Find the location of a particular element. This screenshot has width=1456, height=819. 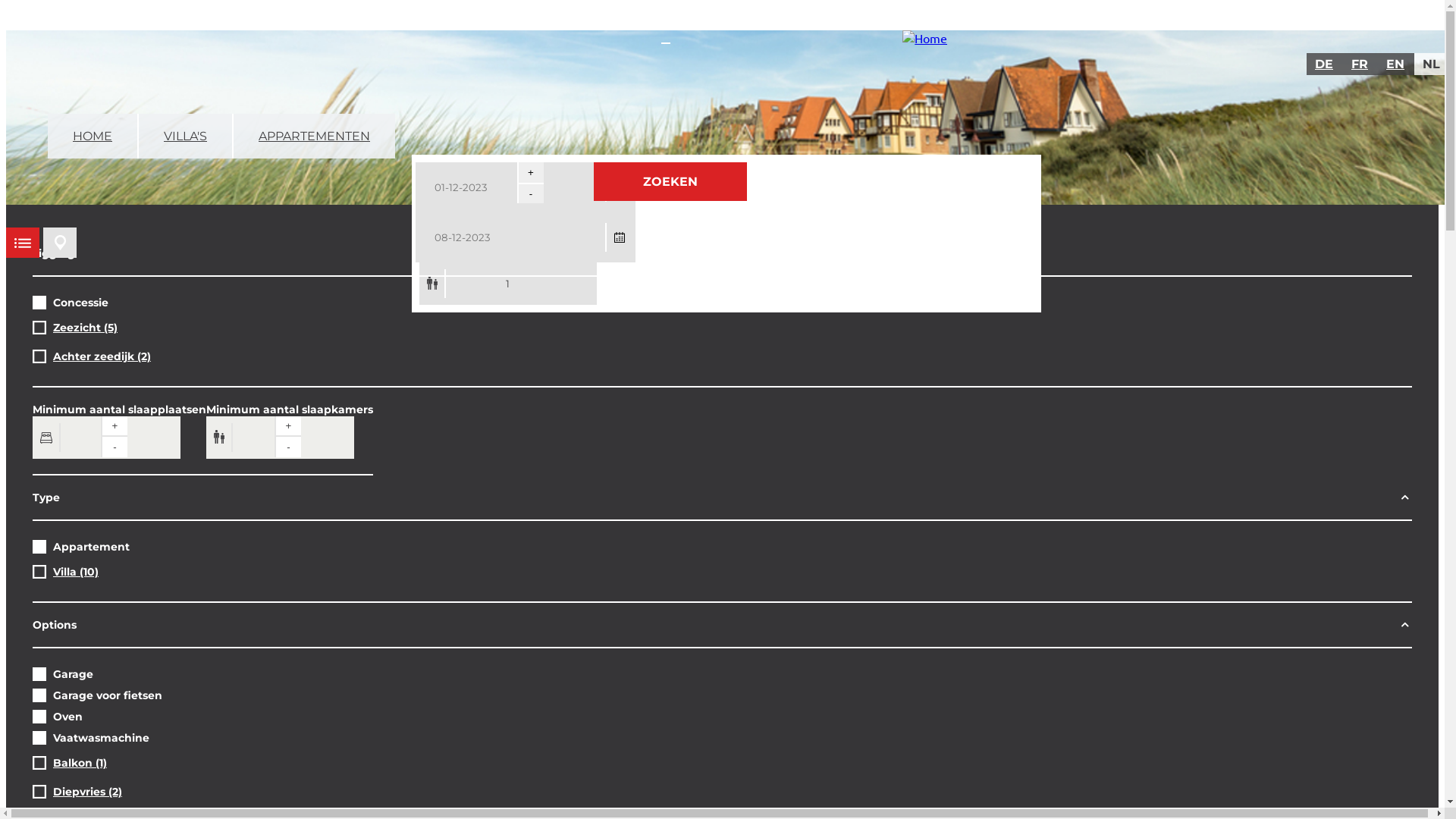

'DE' is located at coordinates (1324, 63).